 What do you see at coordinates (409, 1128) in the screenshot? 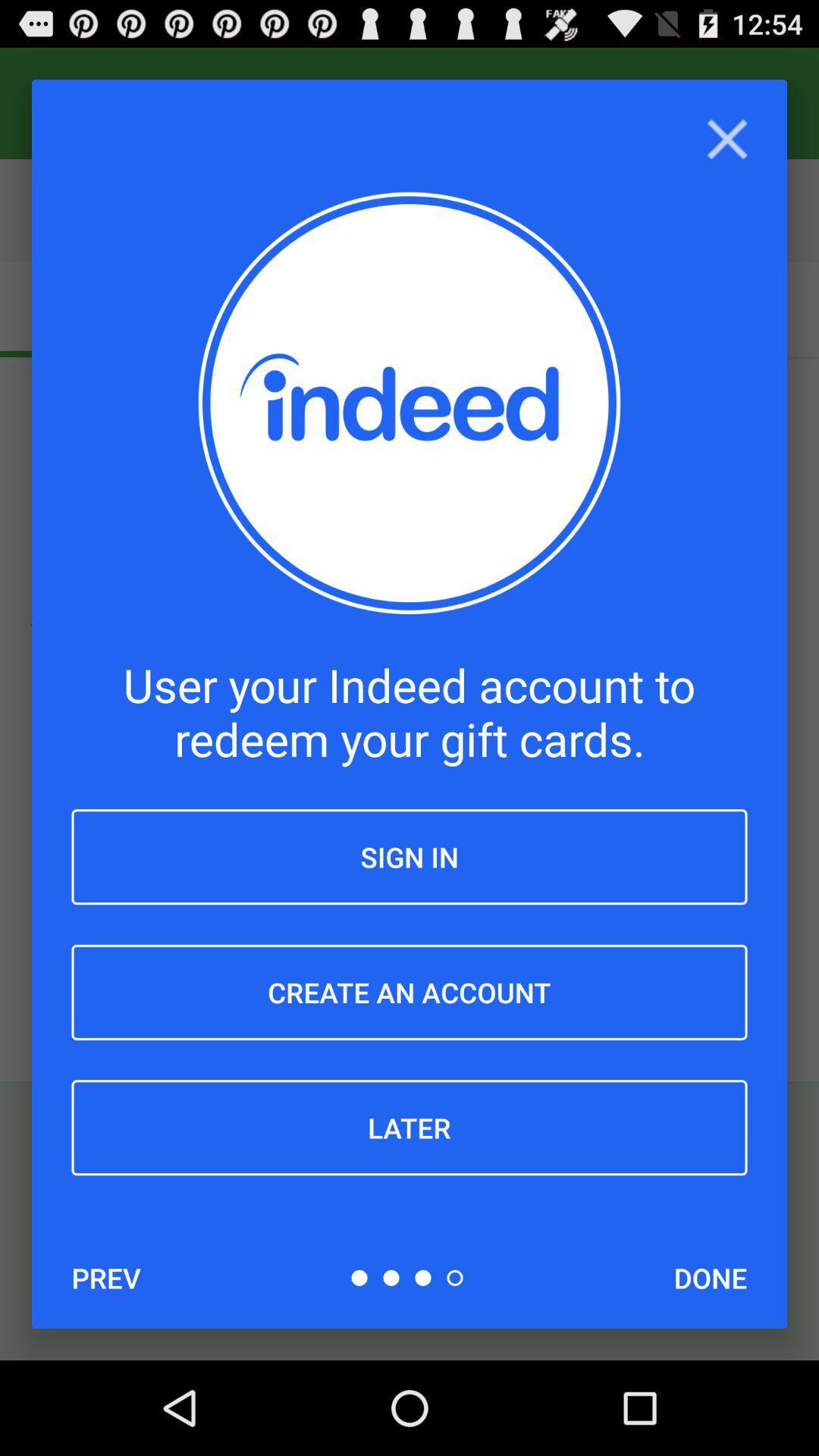
I see `the item below the create an account icon` at bounding box center [409, 1128].